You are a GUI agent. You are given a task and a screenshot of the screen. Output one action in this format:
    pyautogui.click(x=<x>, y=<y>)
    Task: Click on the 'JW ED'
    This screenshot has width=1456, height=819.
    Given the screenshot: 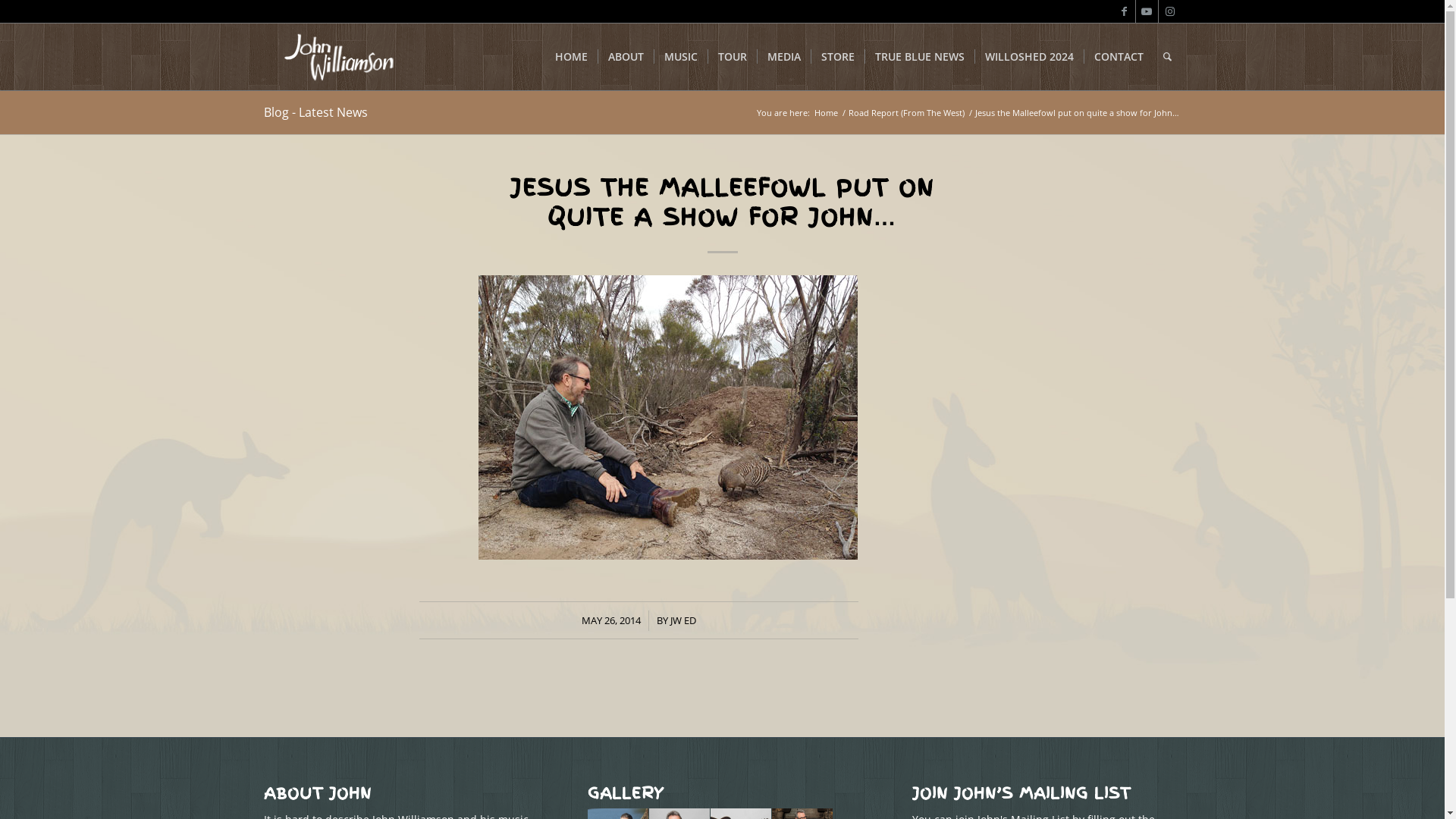 What is the action you would take?
    pyautogui.click(x=682, y=620)
    